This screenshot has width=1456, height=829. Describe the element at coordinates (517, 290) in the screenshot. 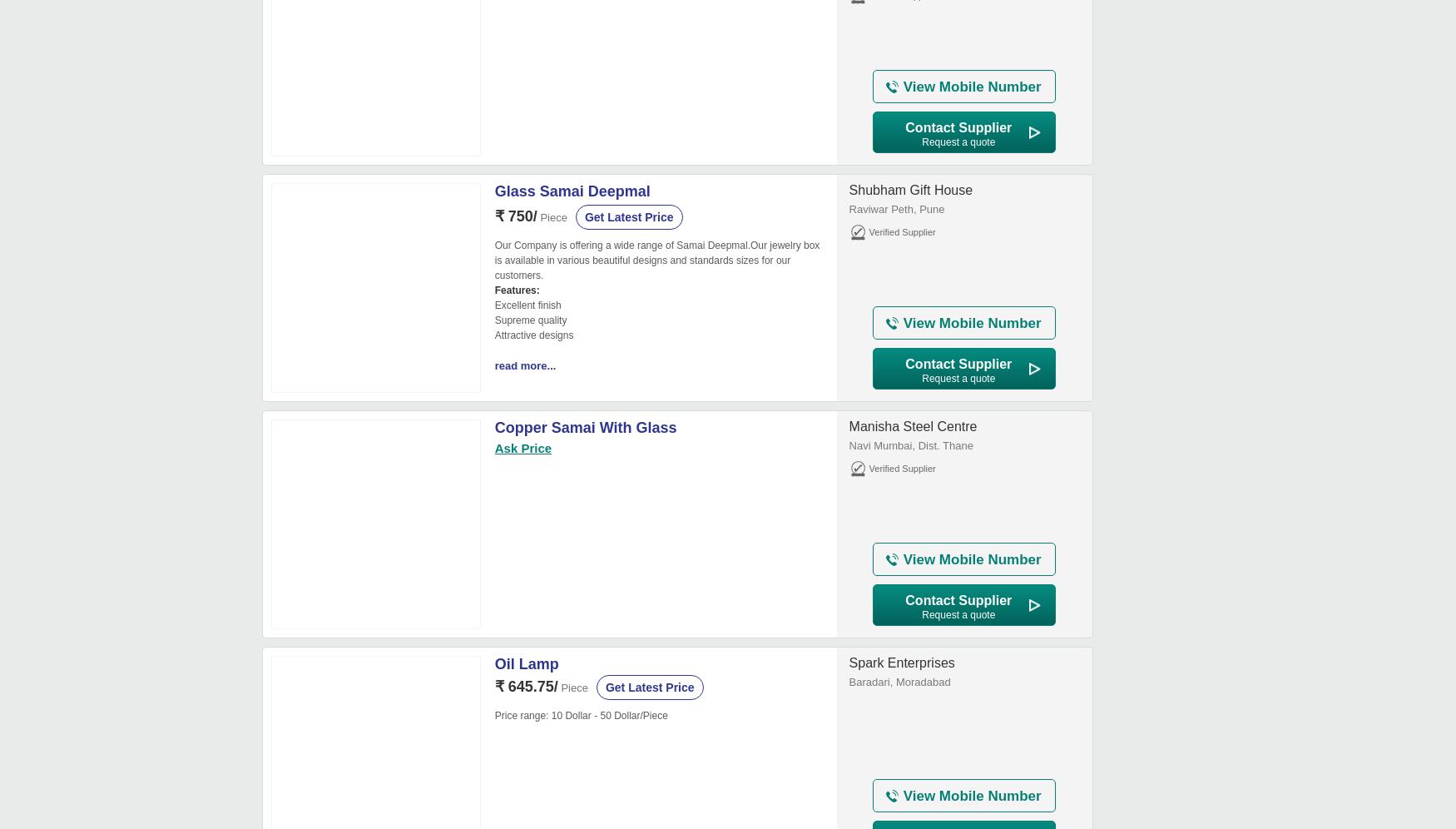

I see `'Features:'` at that location.